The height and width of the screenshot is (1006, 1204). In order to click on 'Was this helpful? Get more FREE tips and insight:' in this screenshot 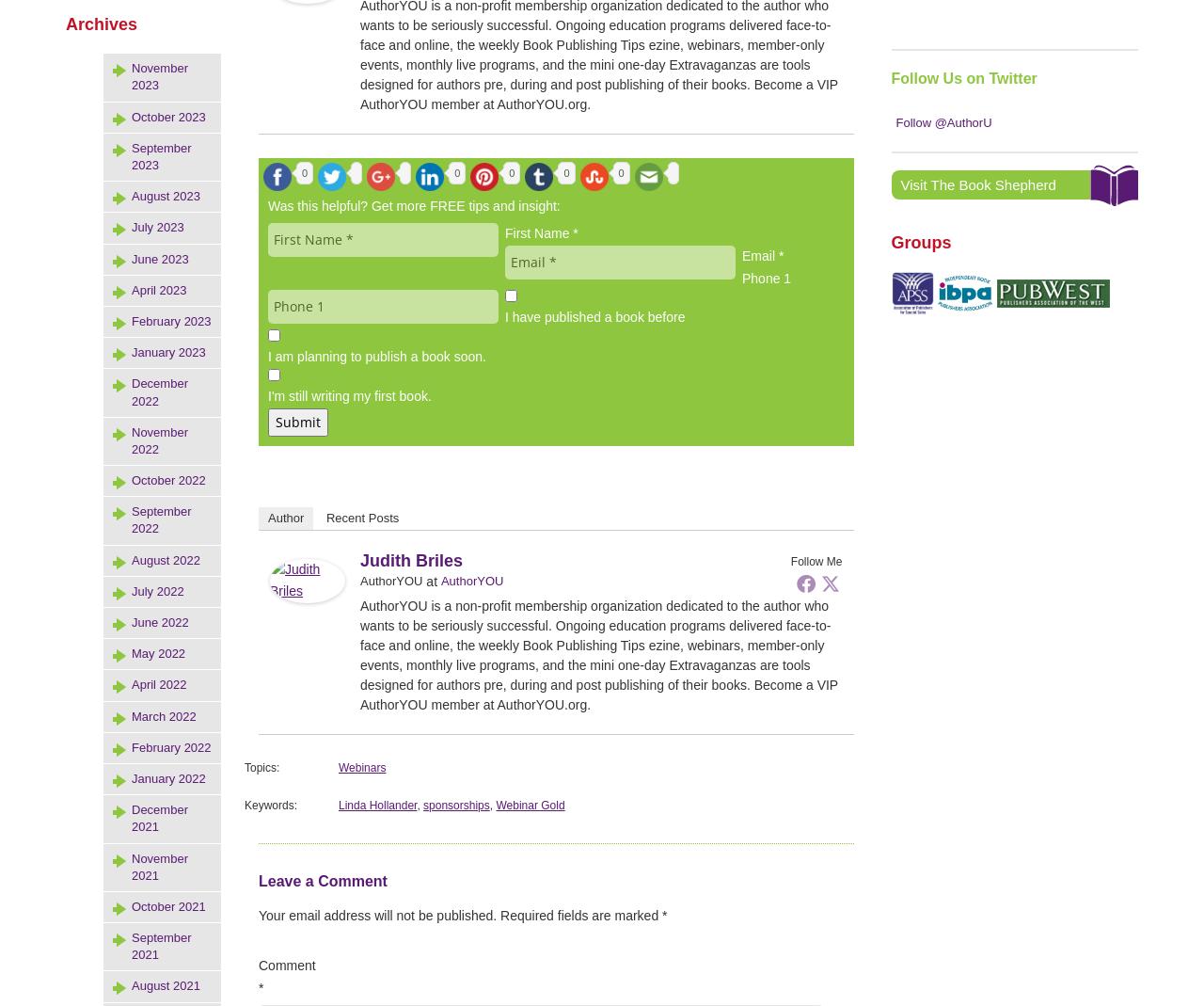, I will do `click(413, 205)`.